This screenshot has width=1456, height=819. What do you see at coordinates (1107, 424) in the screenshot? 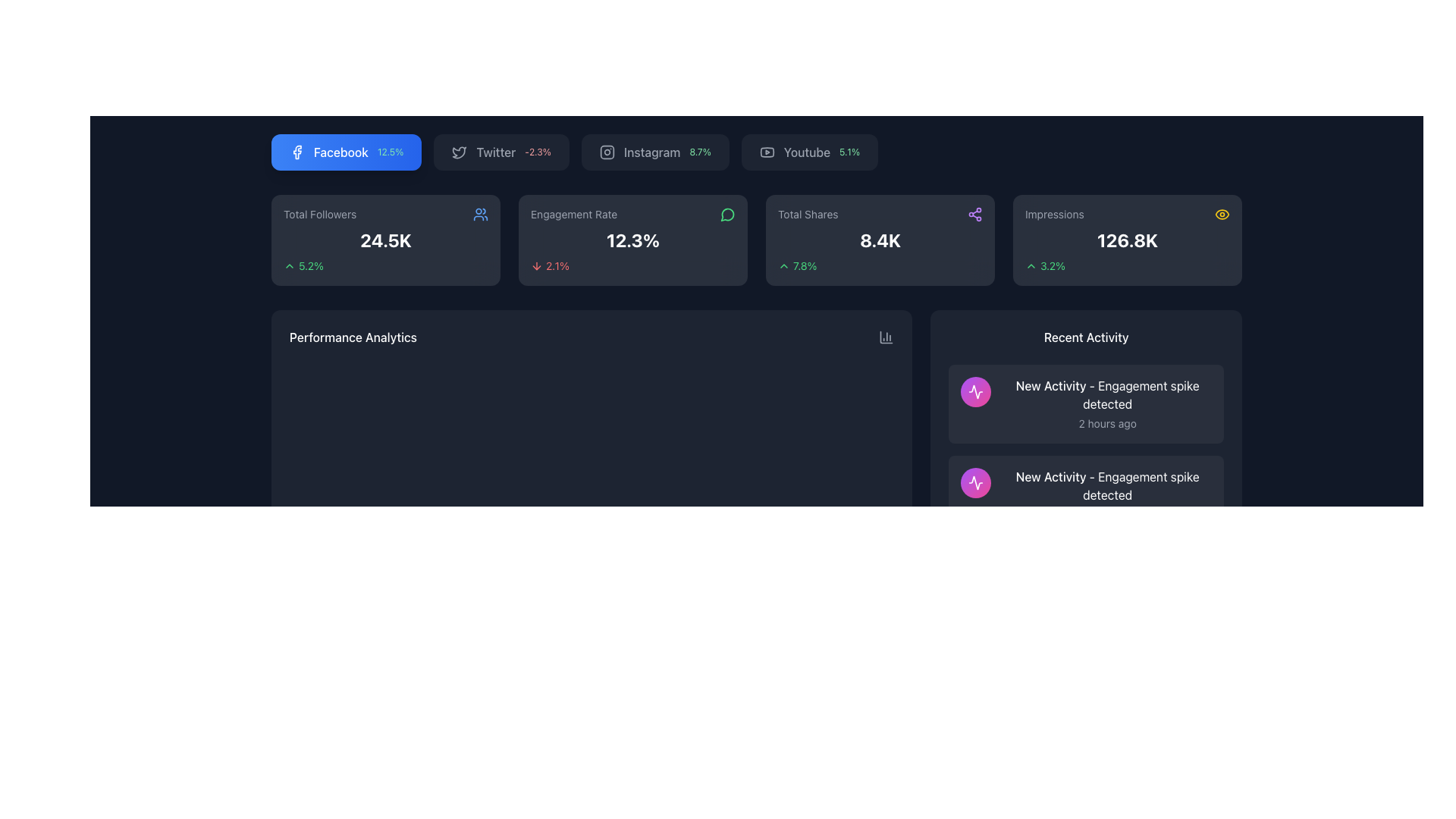
I see `the text label displaying '2 hours ago' in light gray font, located at the bottom center of the Recent Activity section in the darker background card` at bounding box center [1107, 424].